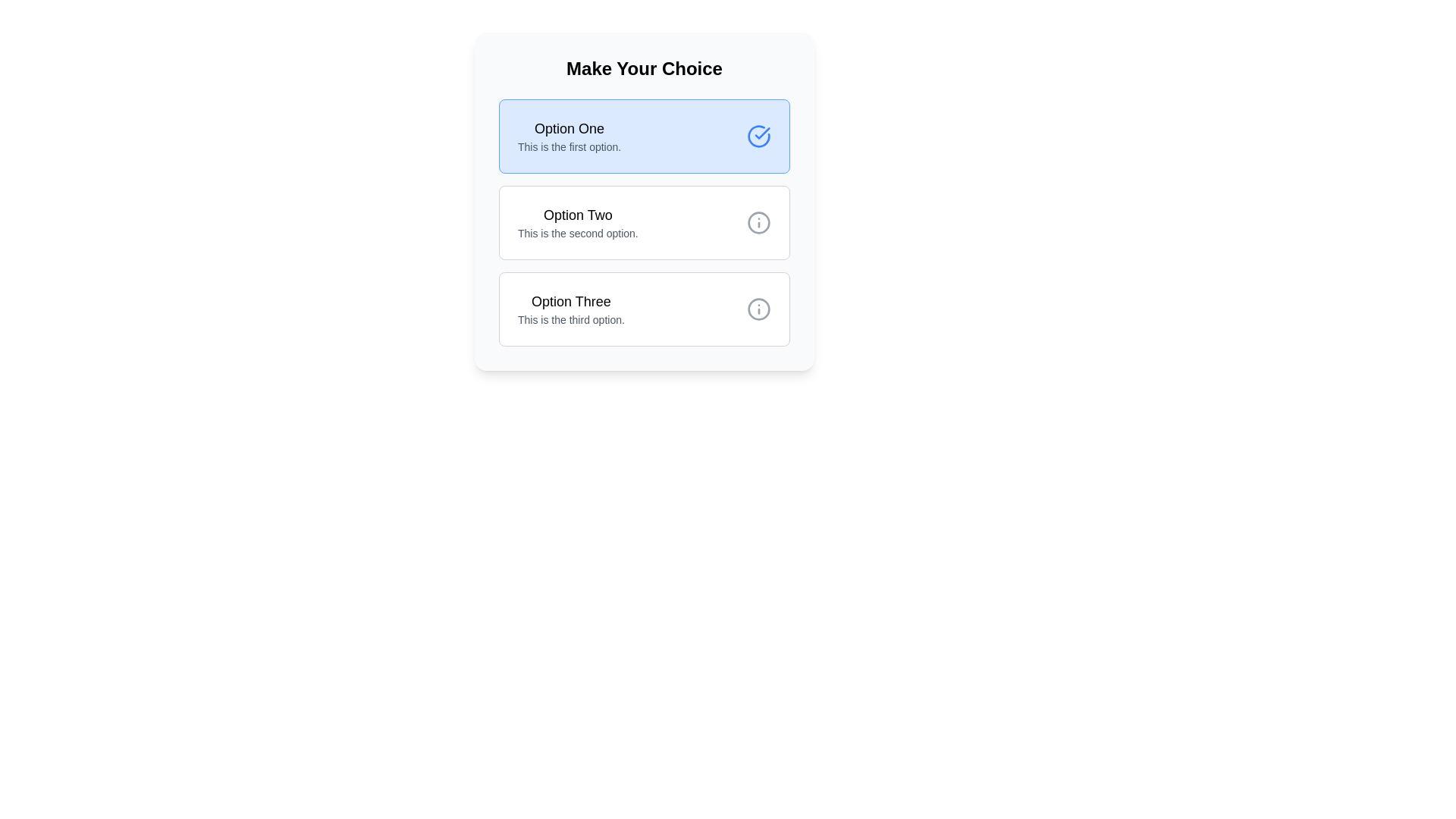 The image size is (1456, 819). Describe the element at coordinates (644, 222) in the screenshot. I see `the second option in the Selection Option Group titled 'Option Two'` at that location.